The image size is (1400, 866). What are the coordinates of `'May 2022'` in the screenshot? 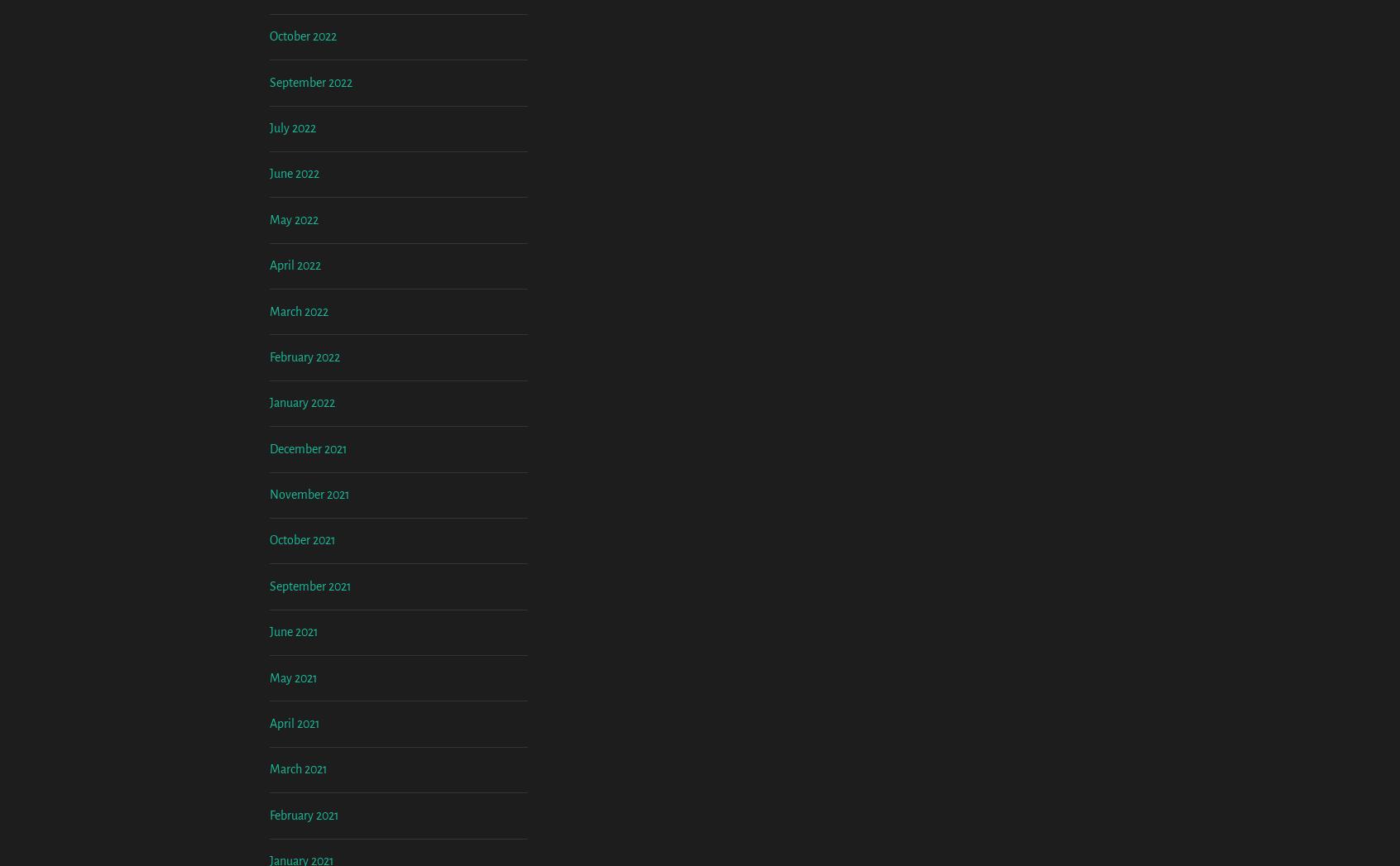 It's located at (294, 356).